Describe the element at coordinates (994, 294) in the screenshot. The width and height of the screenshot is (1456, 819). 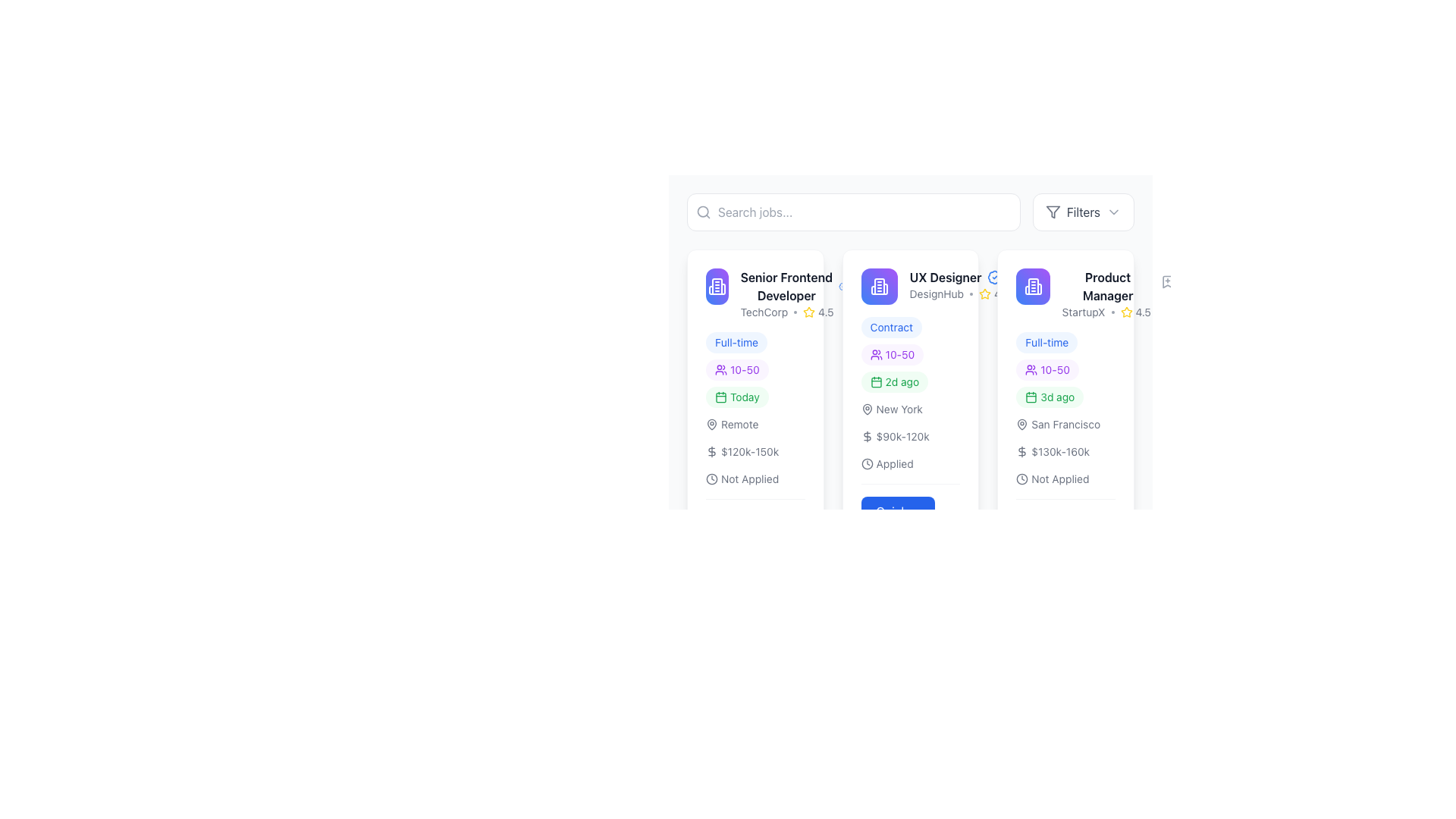
I see `displayed rating score '4.5' from the Rating badge located in the upper-right section of the 'UX Designer' card under DesignHub` at that location.